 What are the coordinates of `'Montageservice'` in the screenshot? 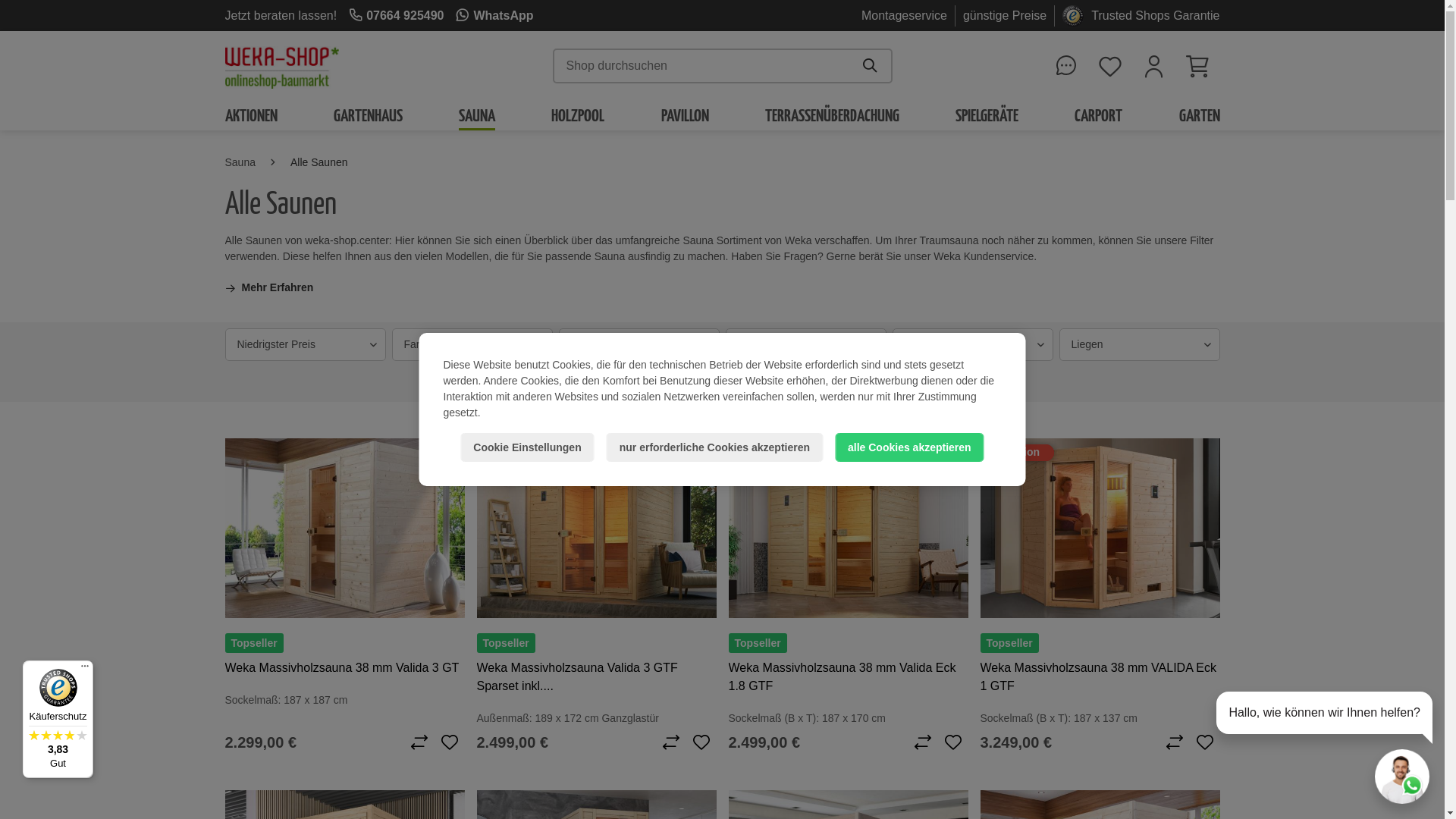 It's located at (904, 14).